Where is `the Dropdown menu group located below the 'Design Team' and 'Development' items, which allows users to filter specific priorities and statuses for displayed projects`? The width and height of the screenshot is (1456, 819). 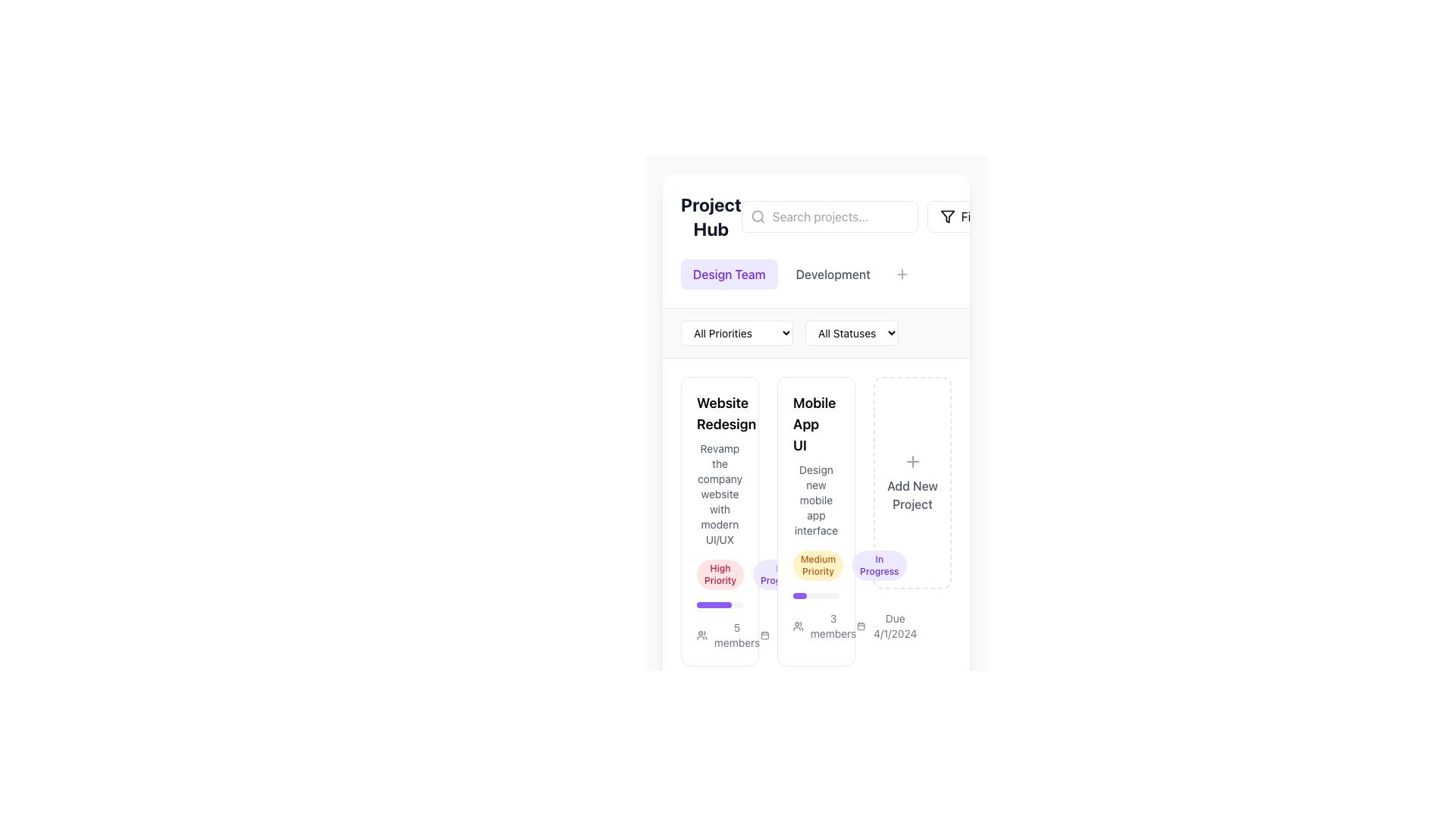 the Dropdown menu group located below the 'Design Team' and 'Development' items, which allows users to filter specific priorities and statuses for displayed projects is located at coordinates (815, 332).